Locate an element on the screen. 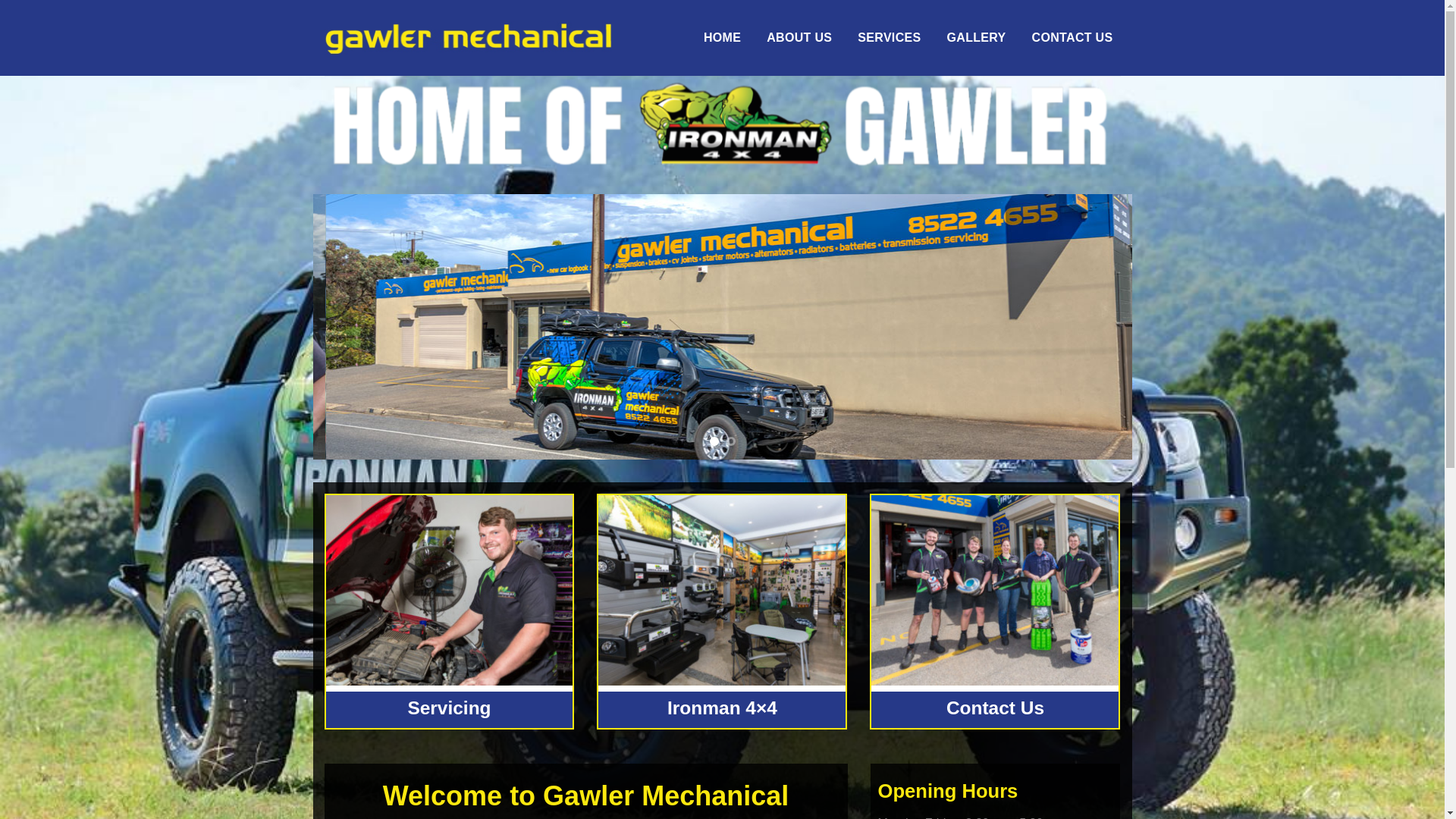  'Gawler Mechanical - Automotive Services' is located at coordinates (467, 36).